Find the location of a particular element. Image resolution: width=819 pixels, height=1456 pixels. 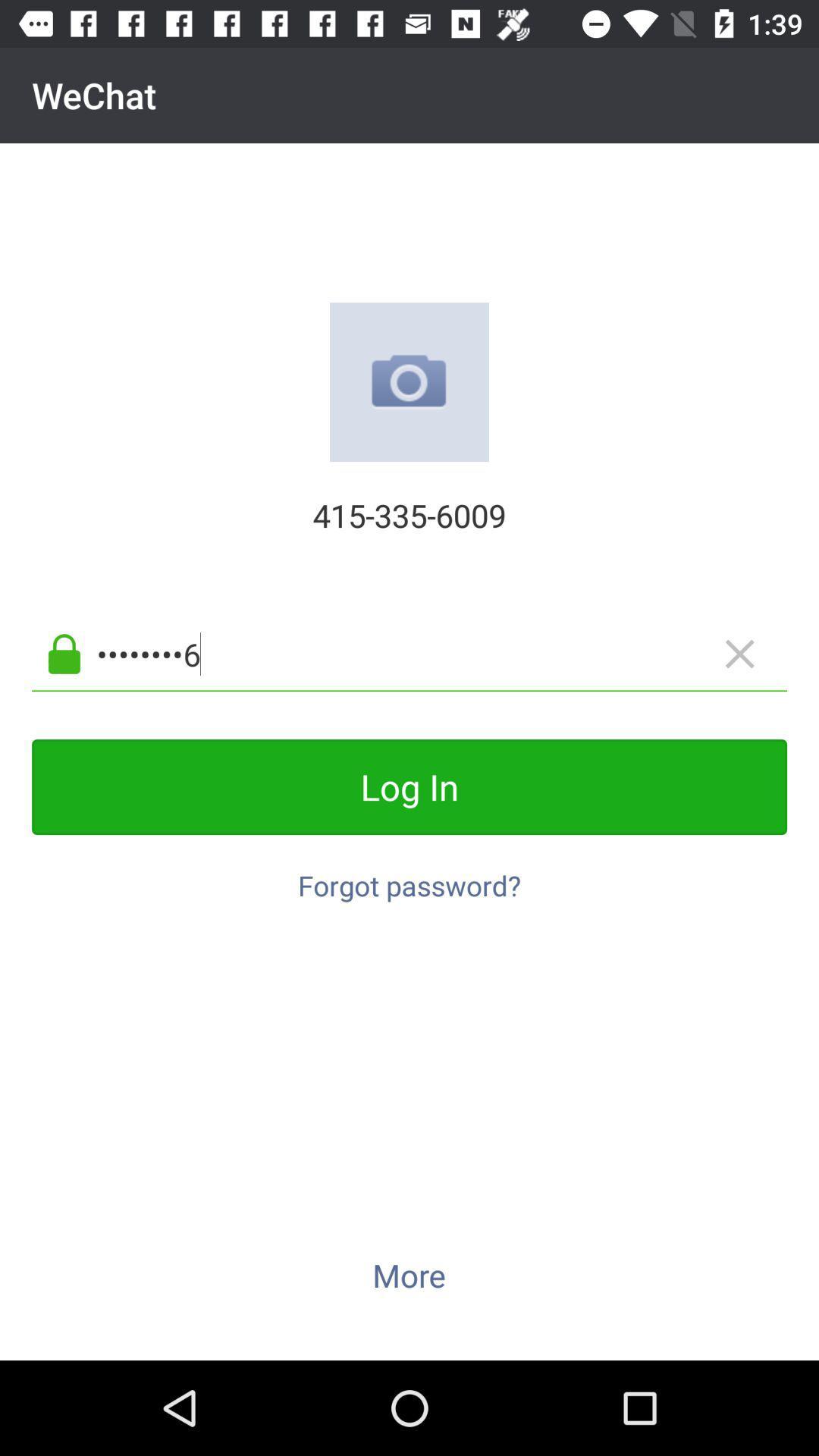

button below the forgot password? button is located at coordinates (408, 1274).